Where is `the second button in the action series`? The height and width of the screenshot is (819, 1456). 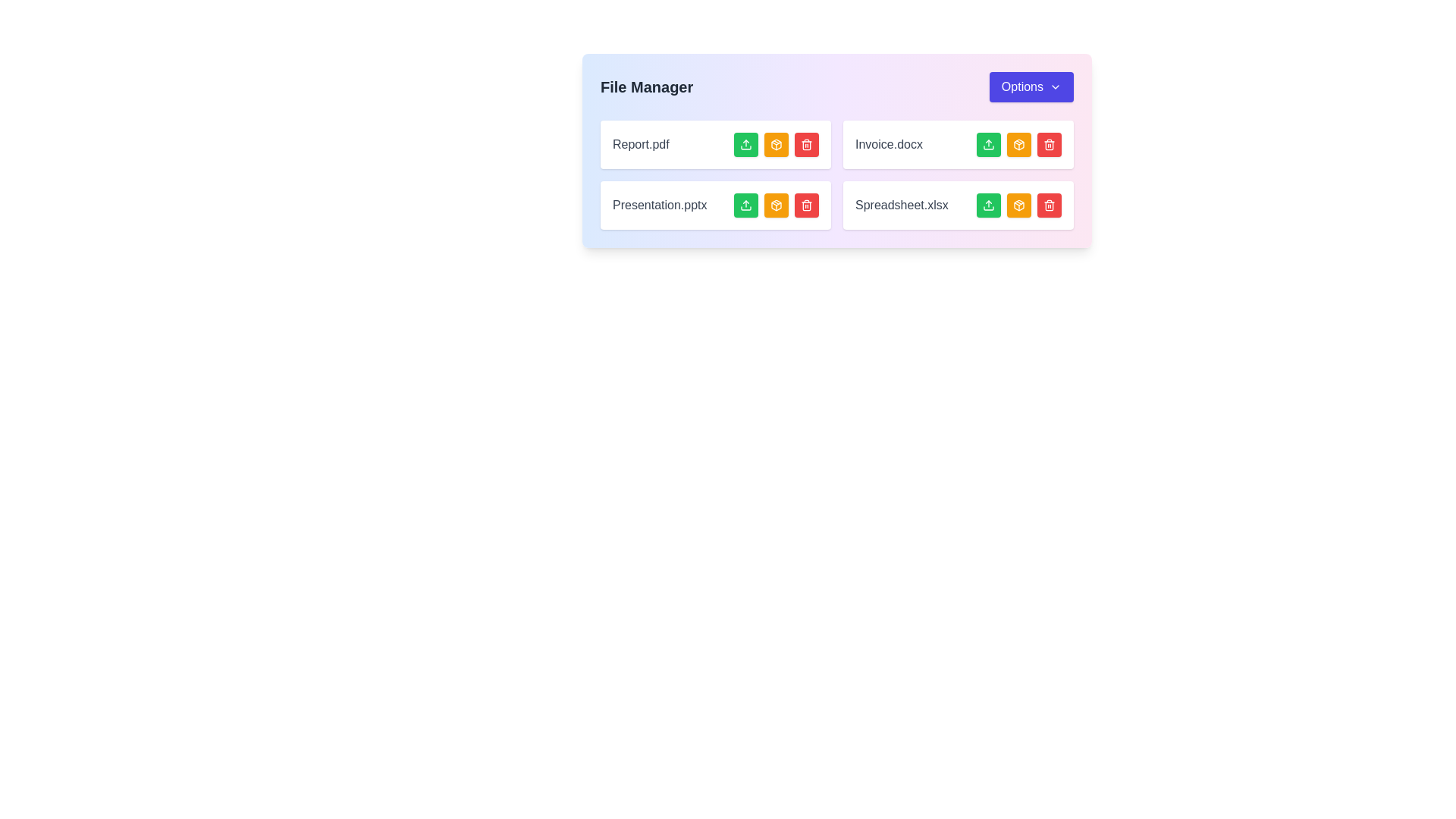
the second button in the action series is located at coordinates (1019, 145).